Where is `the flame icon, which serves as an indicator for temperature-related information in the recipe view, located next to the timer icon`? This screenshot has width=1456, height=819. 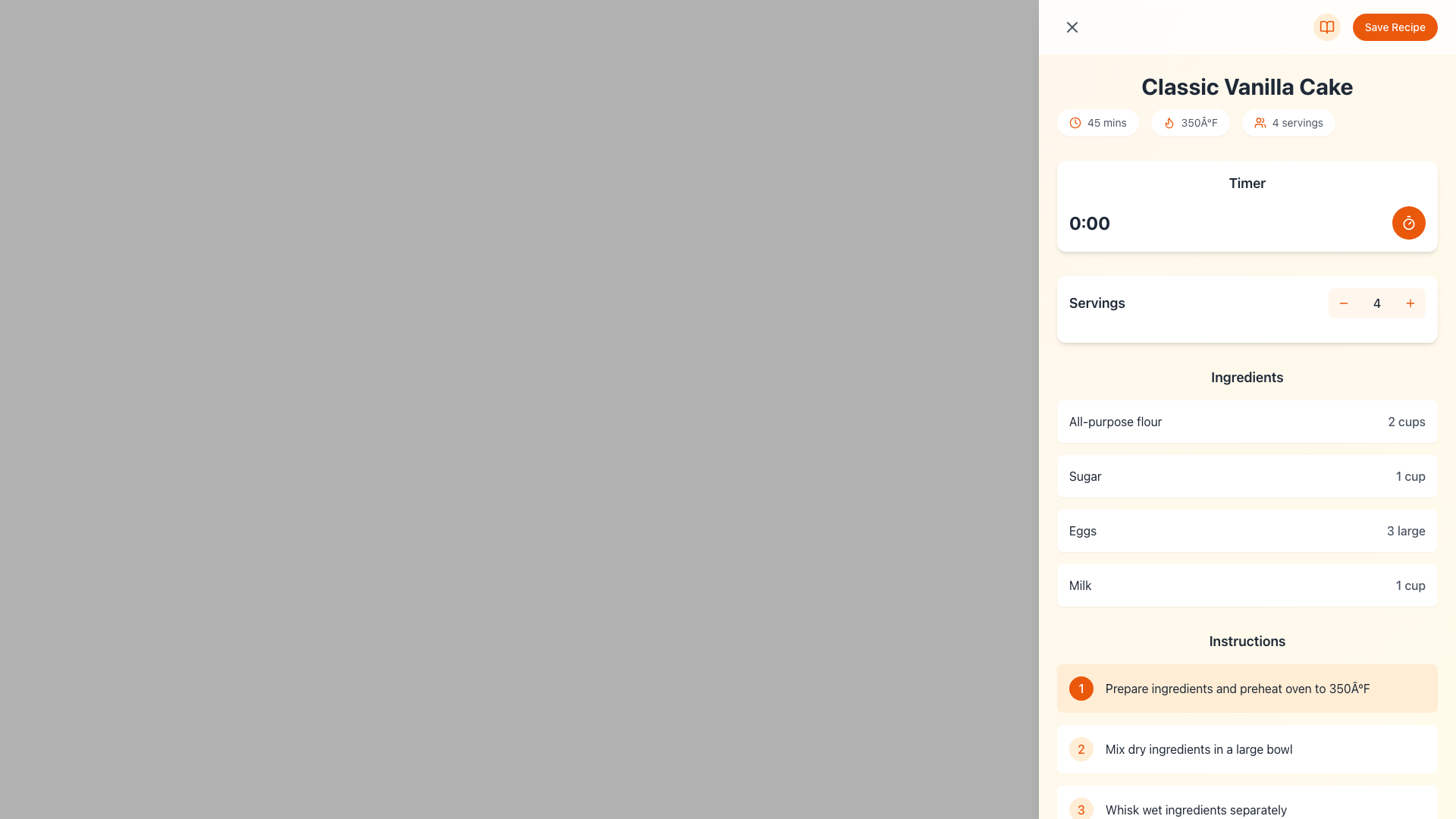
the flame icon, which serves as an indicator for temperature-related information in the recipe view, located next to the timer icon is located at coordinates (1168, 122).